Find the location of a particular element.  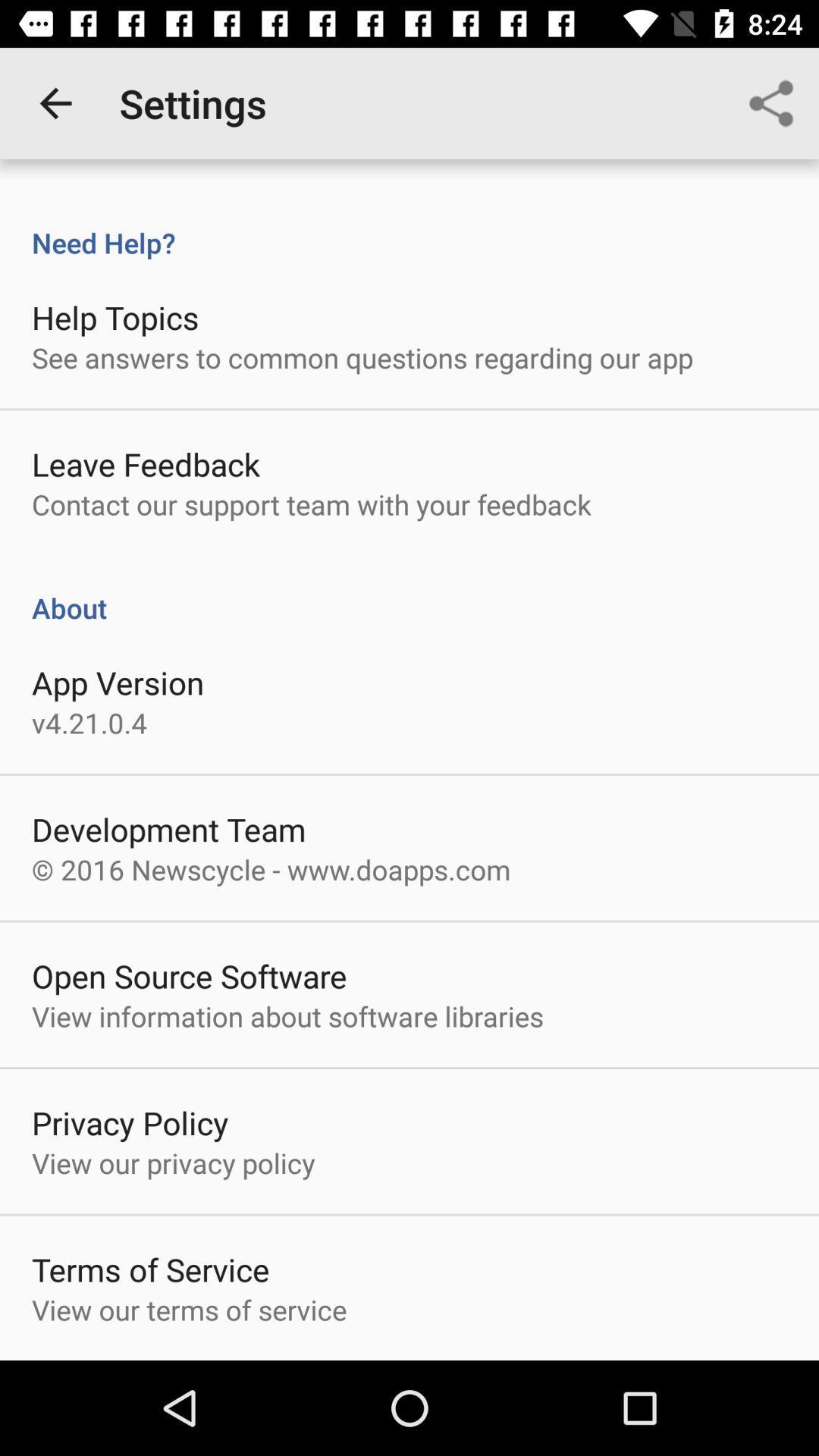

item below the 2016 newscycle www icon is located at coordinates (188, 975).